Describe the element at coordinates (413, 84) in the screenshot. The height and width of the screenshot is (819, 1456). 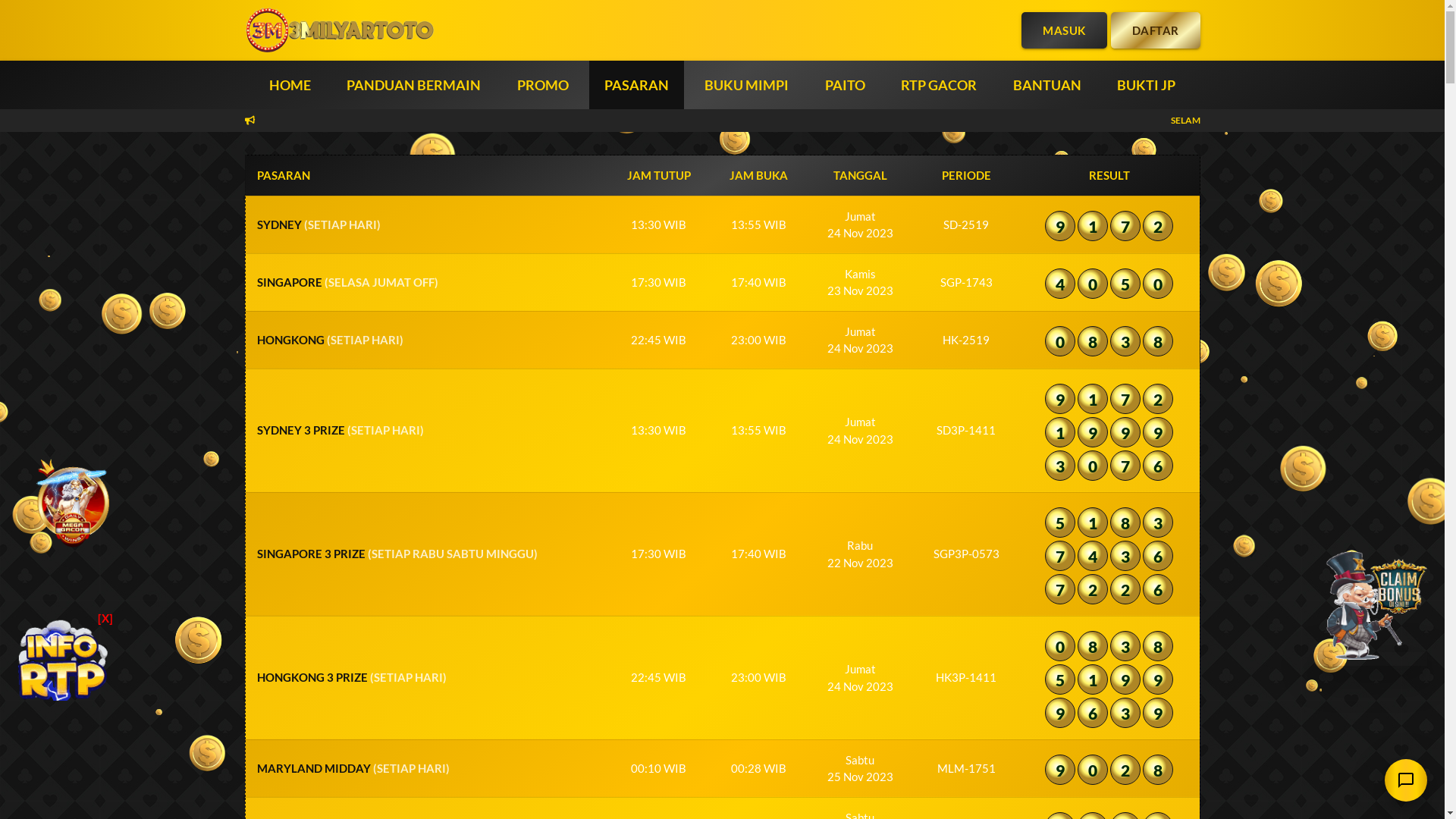
I see `'PANDUAN BERMAIN'` at that location.